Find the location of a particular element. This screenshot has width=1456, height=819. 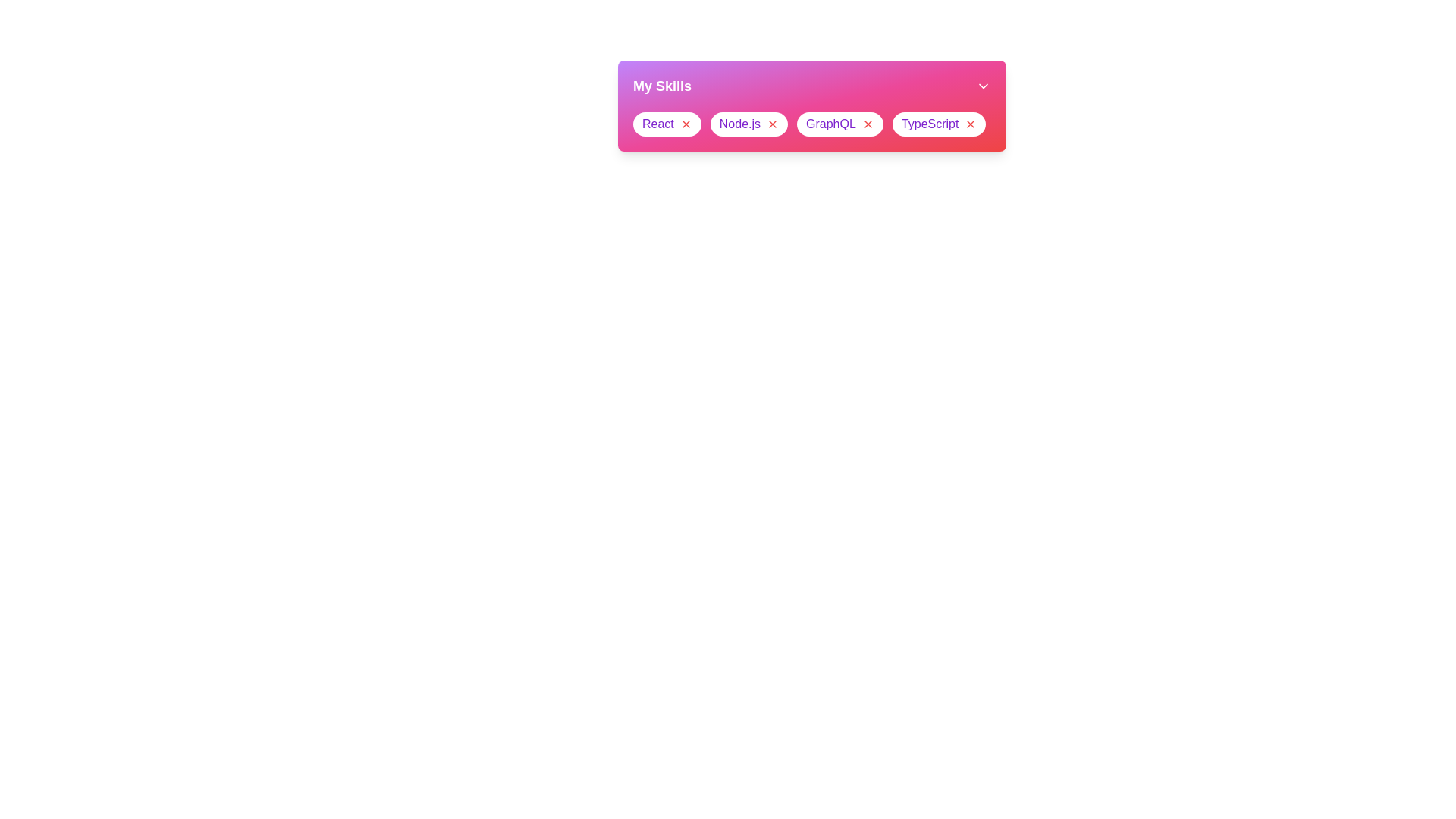

the close button of the skill chip labeled Node.js is located at coordinates (773, 124).